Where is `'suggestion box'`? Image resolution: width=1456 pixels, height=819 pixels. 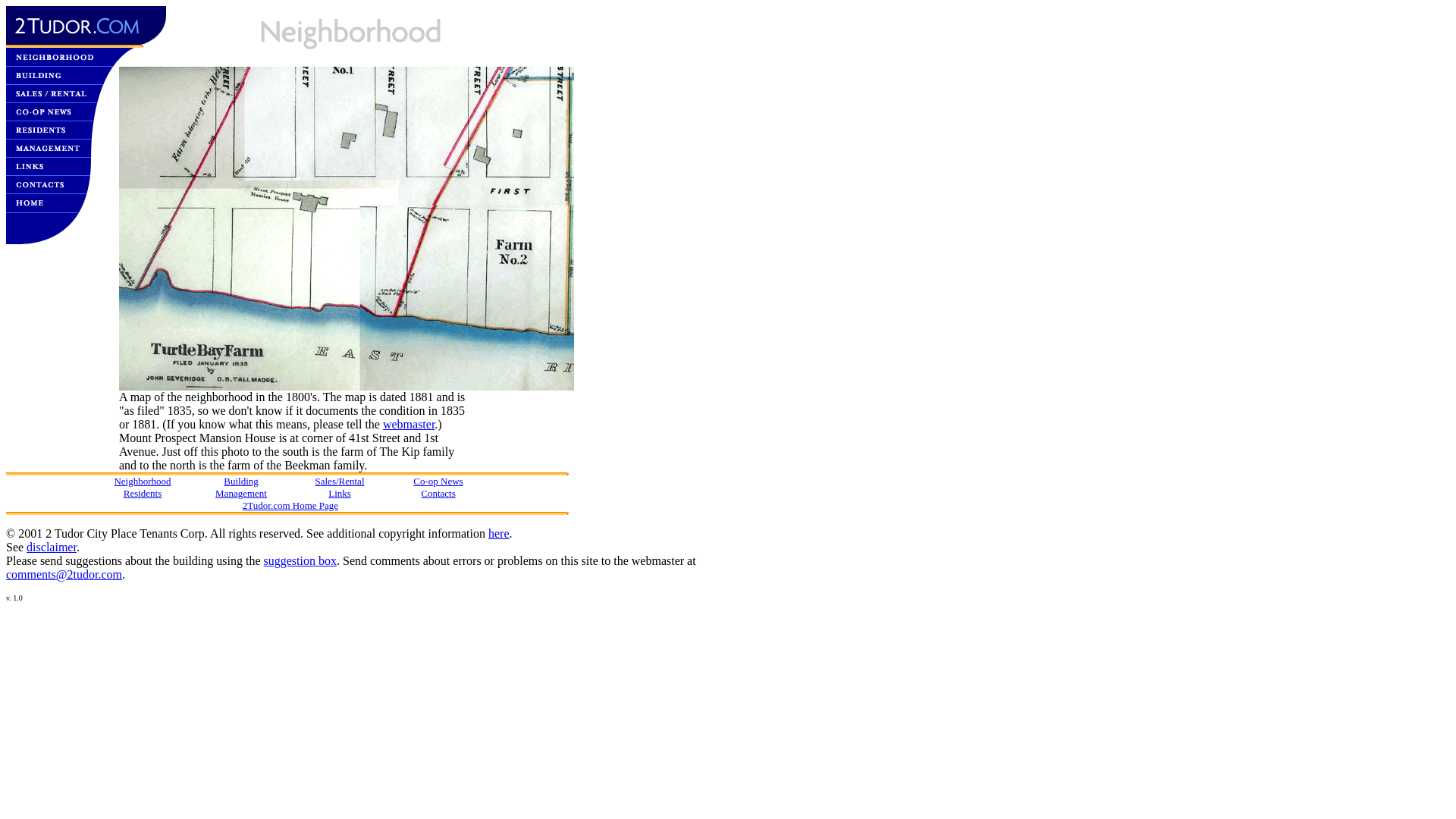
'suggestion box' is located at coordinates (300, 560).